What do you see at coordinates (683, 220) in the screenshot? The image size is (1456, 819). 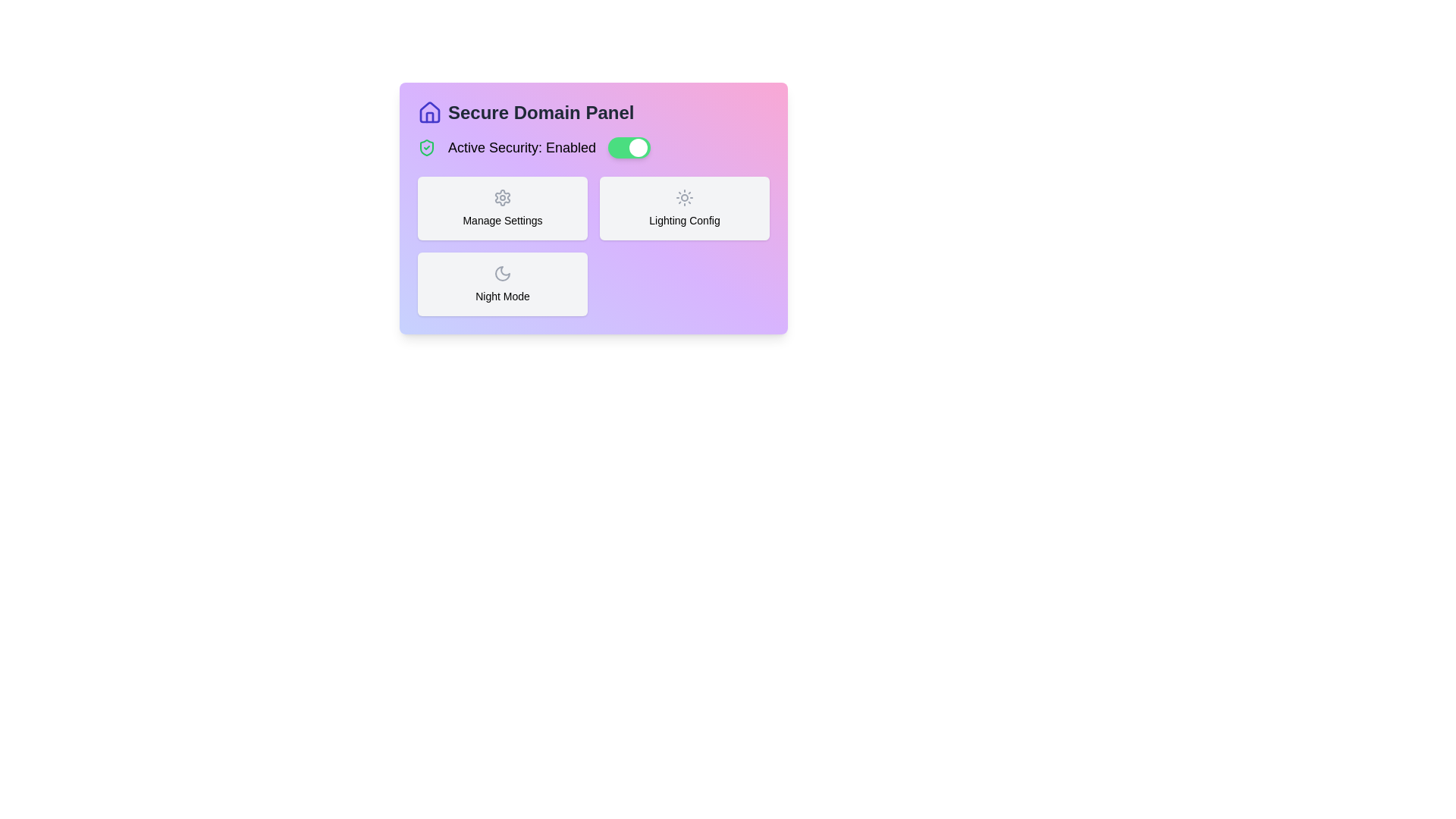 I see `text displayed in the 'Lighting Config' label which is centered in a button-like element on a light gray background` at bounding box center [683, 220].